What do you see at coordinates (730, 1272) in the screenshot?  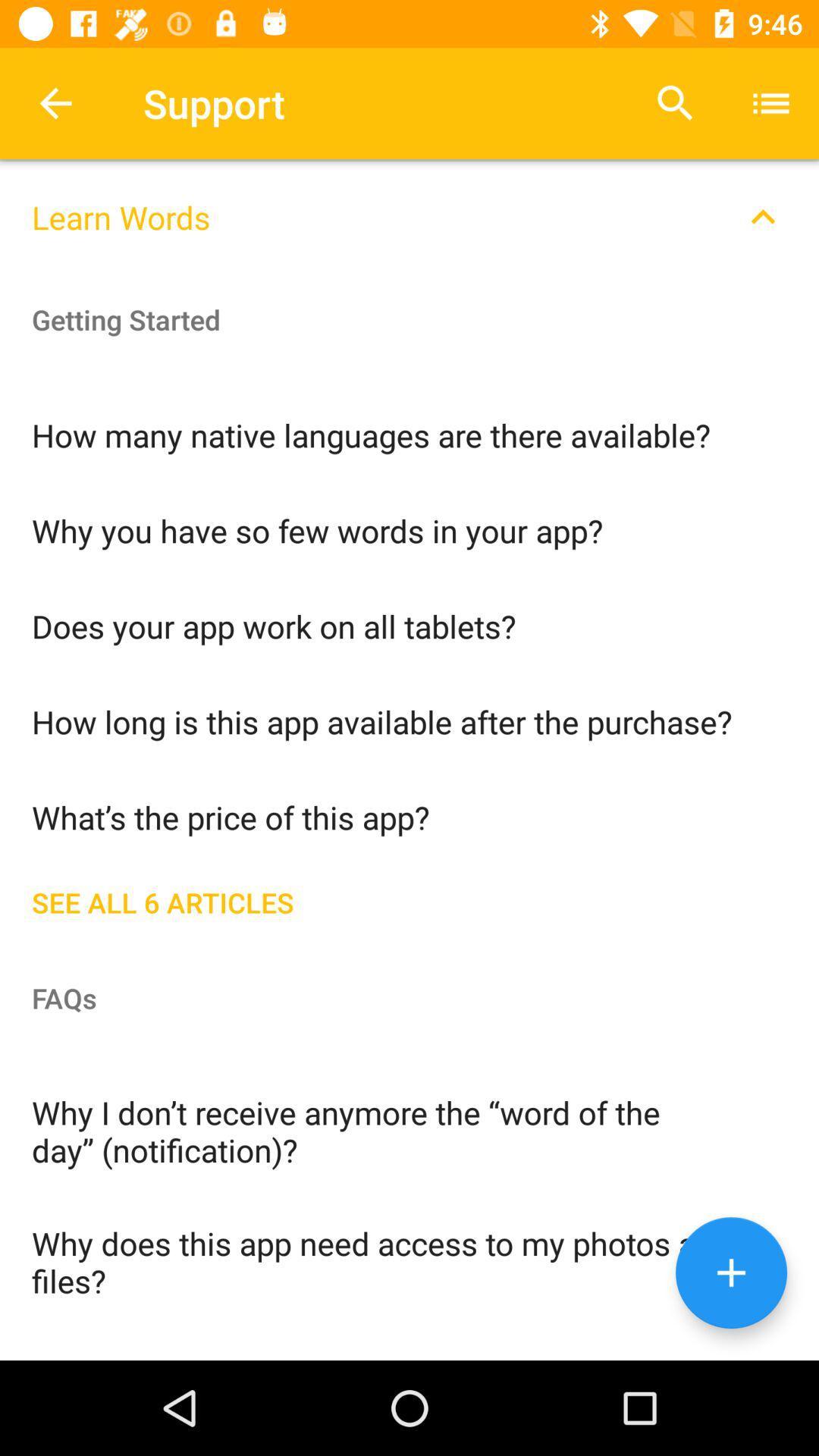 I see `a new page` at bounding box center [730, 1272].